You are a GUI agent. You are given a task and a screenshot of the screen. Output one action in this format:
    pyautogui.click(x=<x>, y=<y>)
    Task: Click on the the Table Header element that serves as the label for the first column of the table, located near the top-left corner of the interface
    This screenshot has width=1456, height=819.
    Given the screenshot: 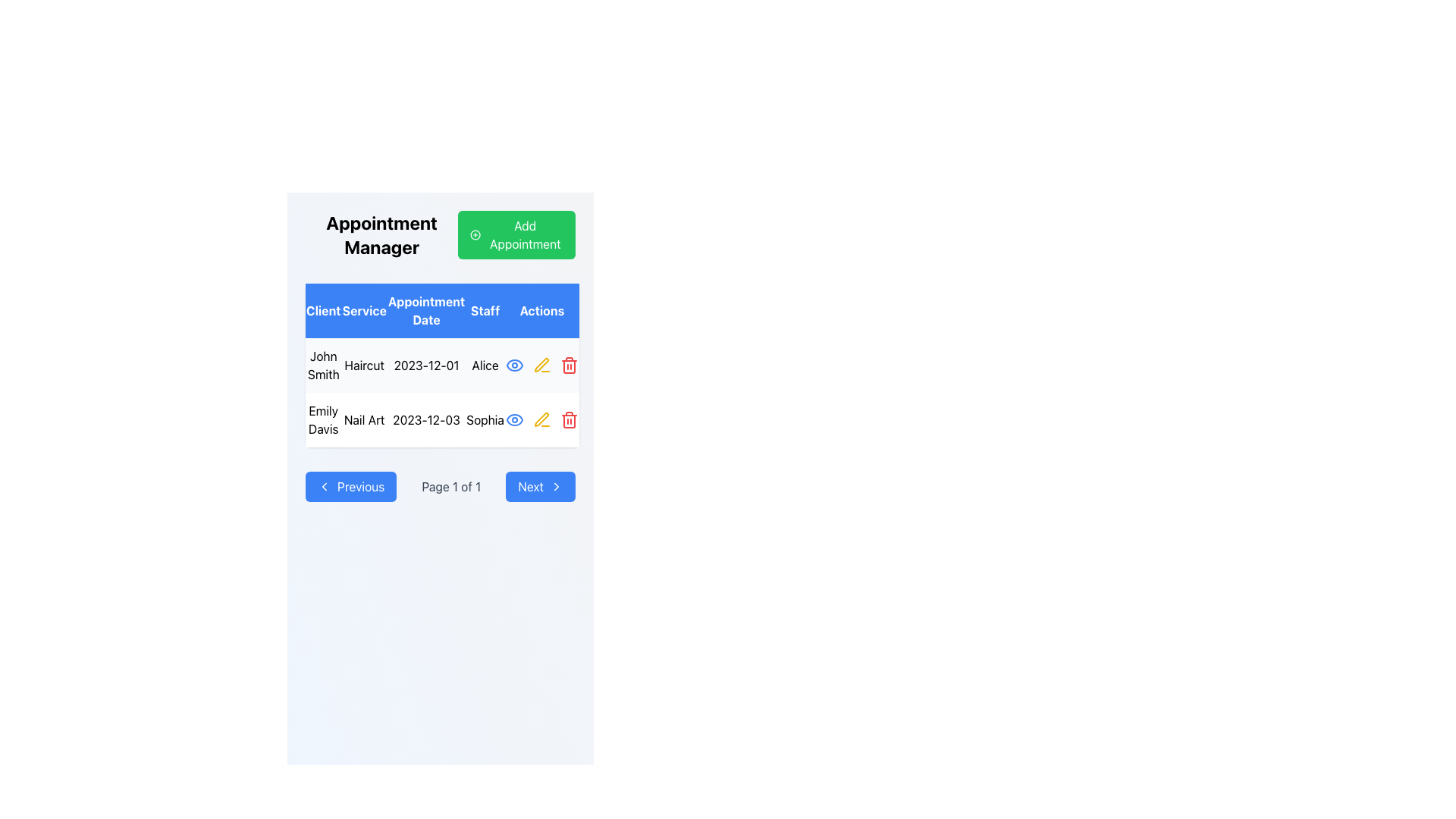 What is the action you would take?
    pyautogui.click(x=322, y=309)
    